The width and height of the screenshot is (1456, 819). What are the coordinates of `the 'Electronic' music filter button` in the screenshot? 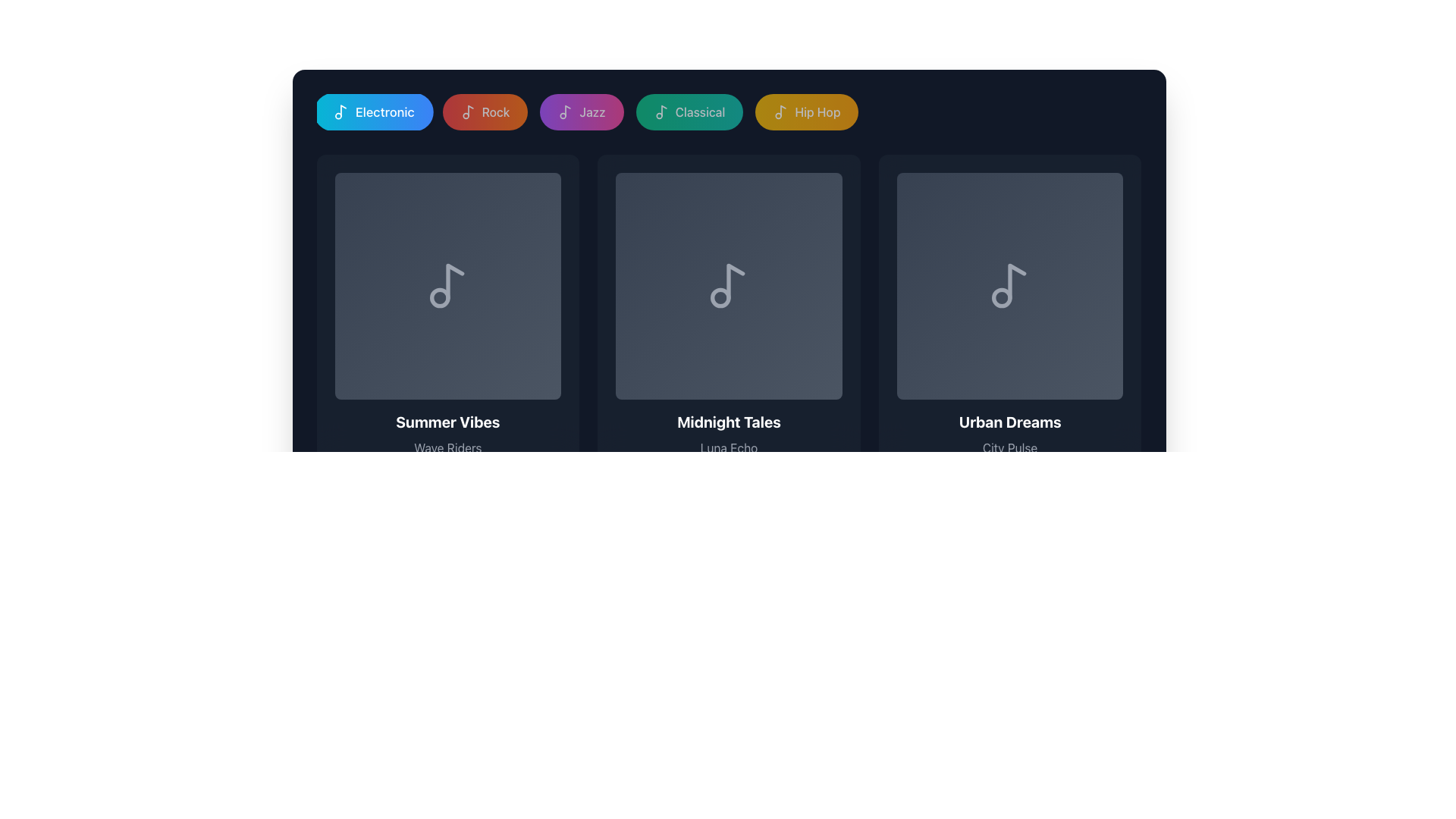 It's located at (373, 111).